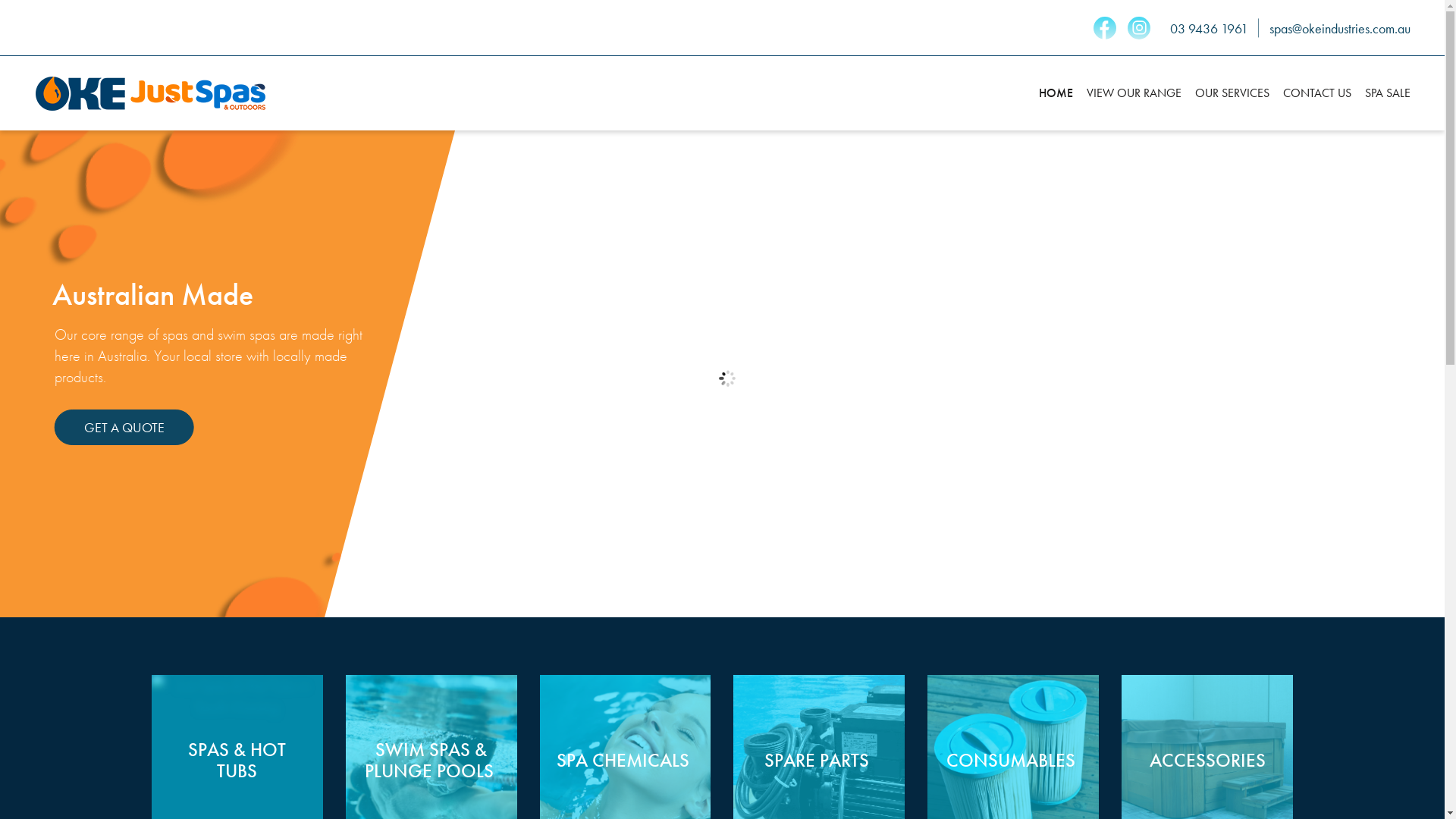  What do you see at coordinates (431, 760) in the screenshot?
I see `'SWIM SPAS &` at bounding box center [431, 760].